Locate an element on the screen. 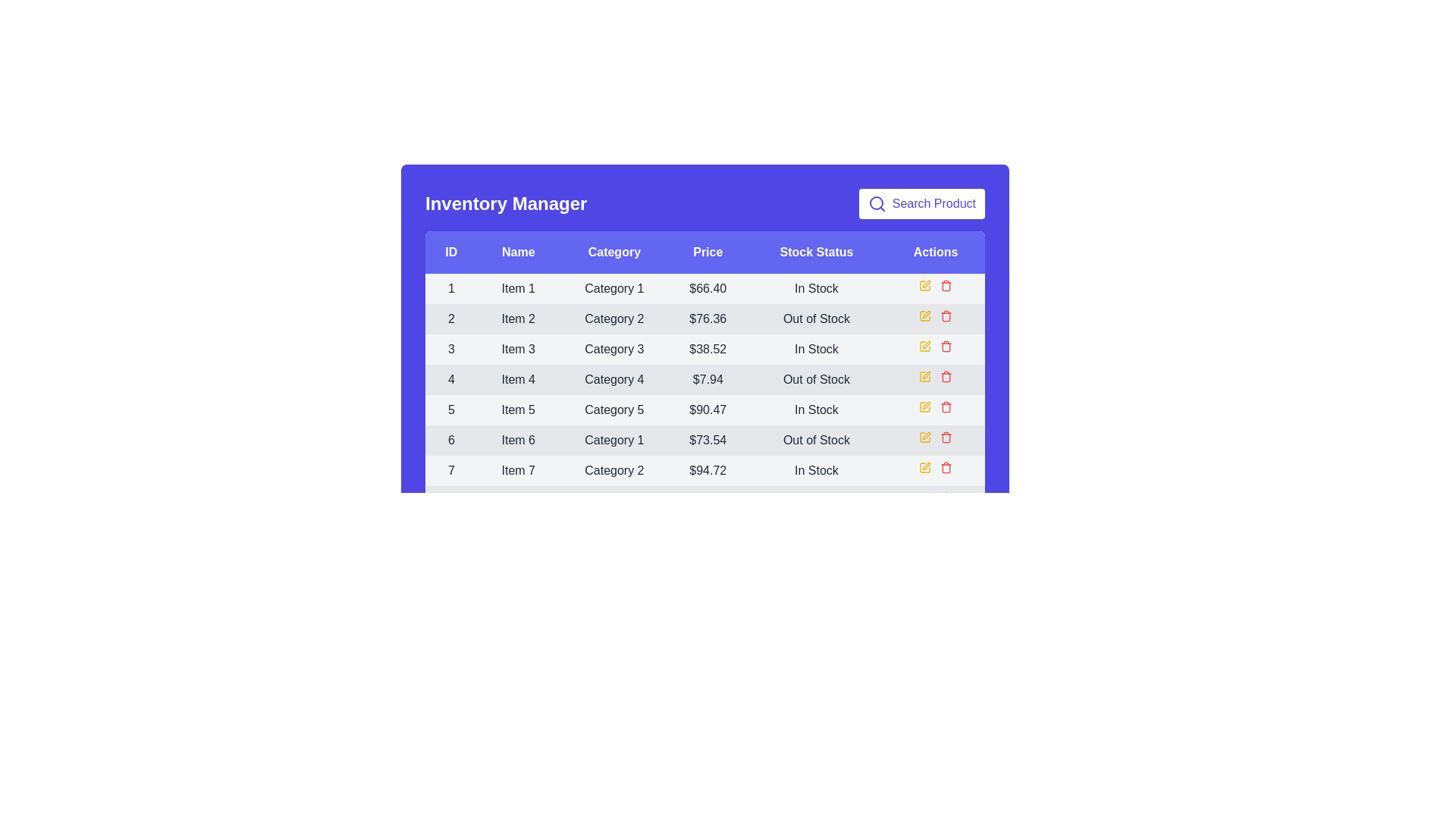  the column header Price to sort the table by that column is located at coordinates (706, 251).